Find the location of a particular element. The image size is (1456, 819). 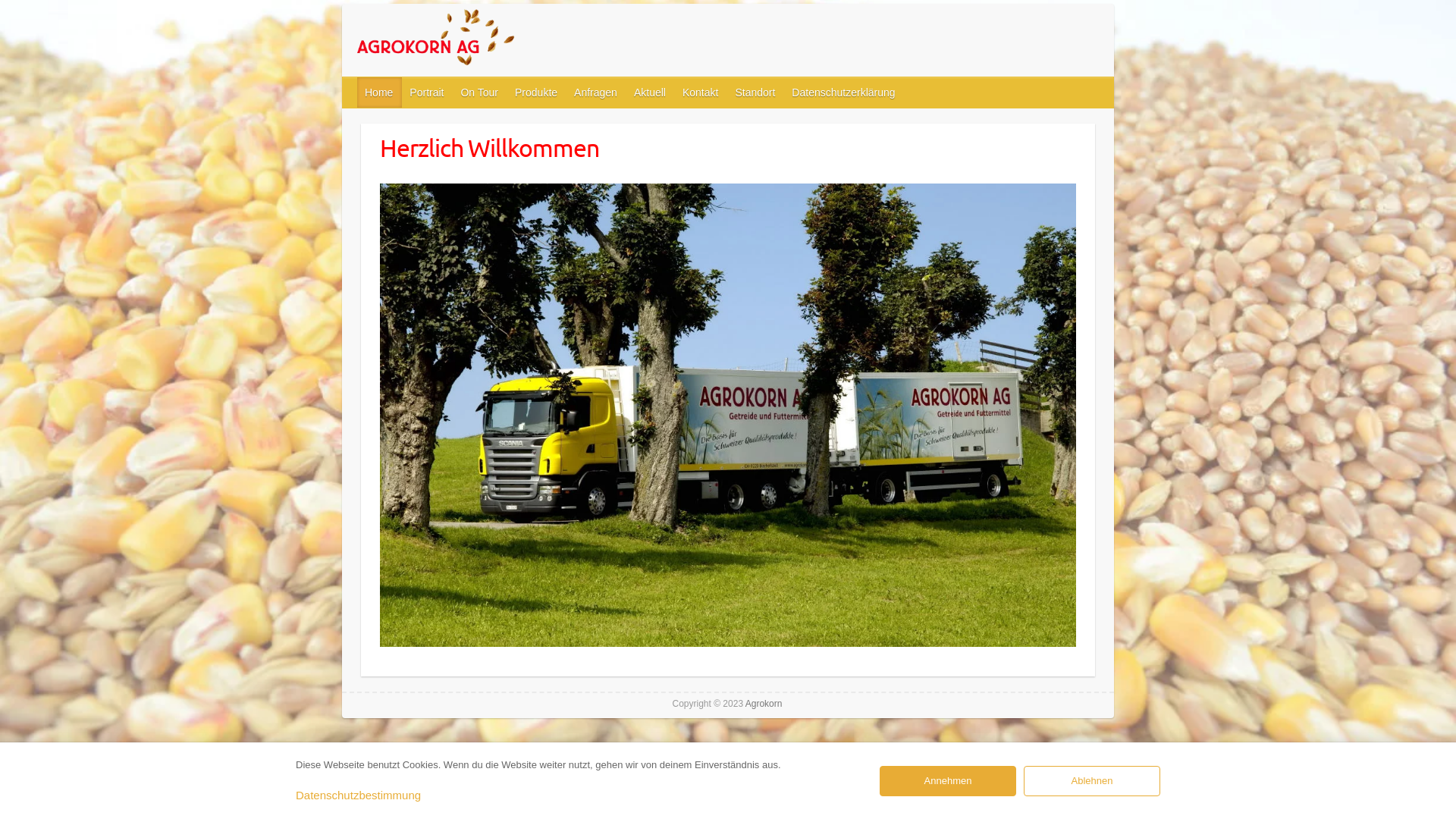

'Standort' is located at coordinates (755, 93).